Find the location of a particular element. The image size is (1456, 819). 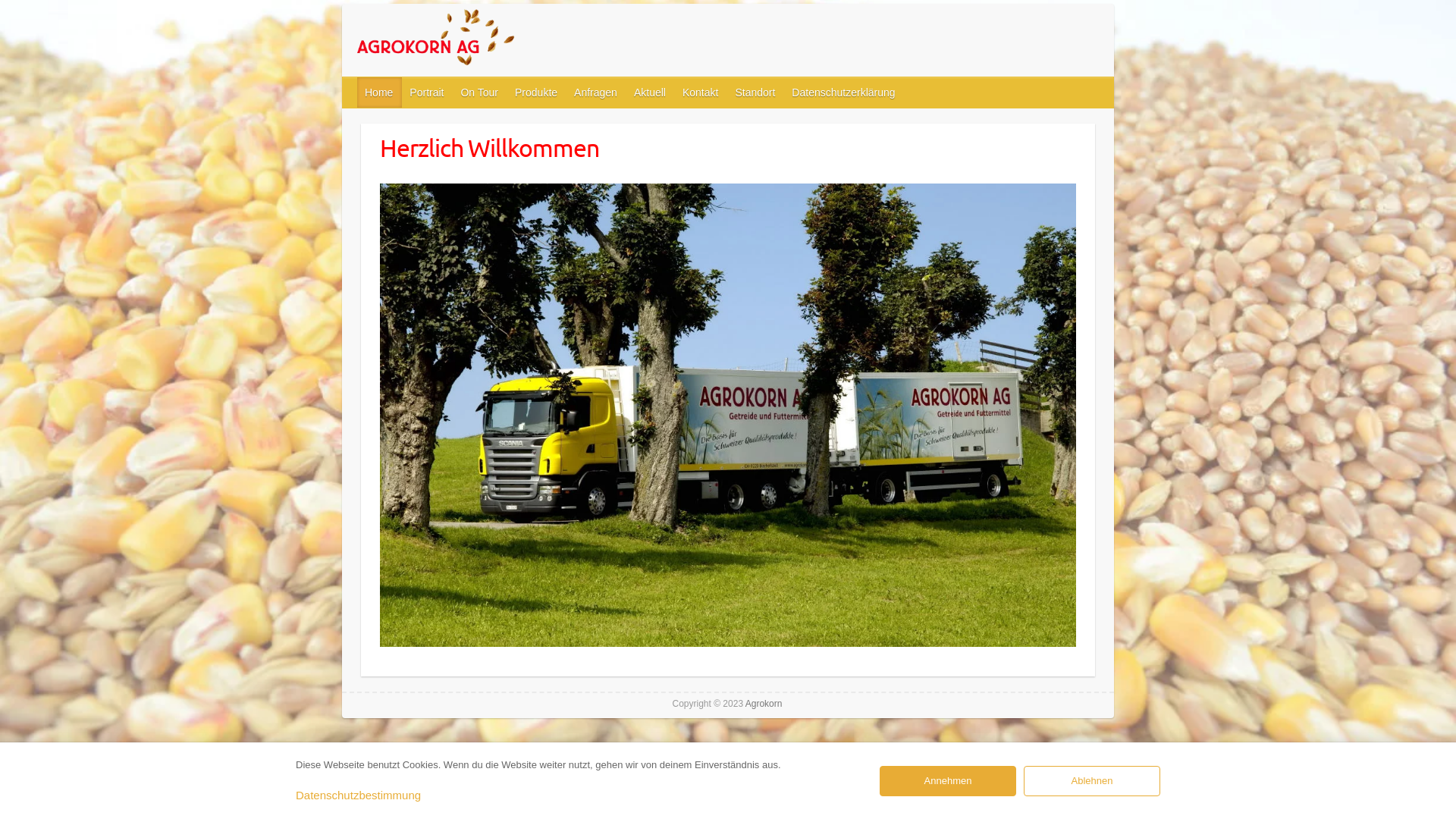

'Standort' is located at coordinates (755, 93).